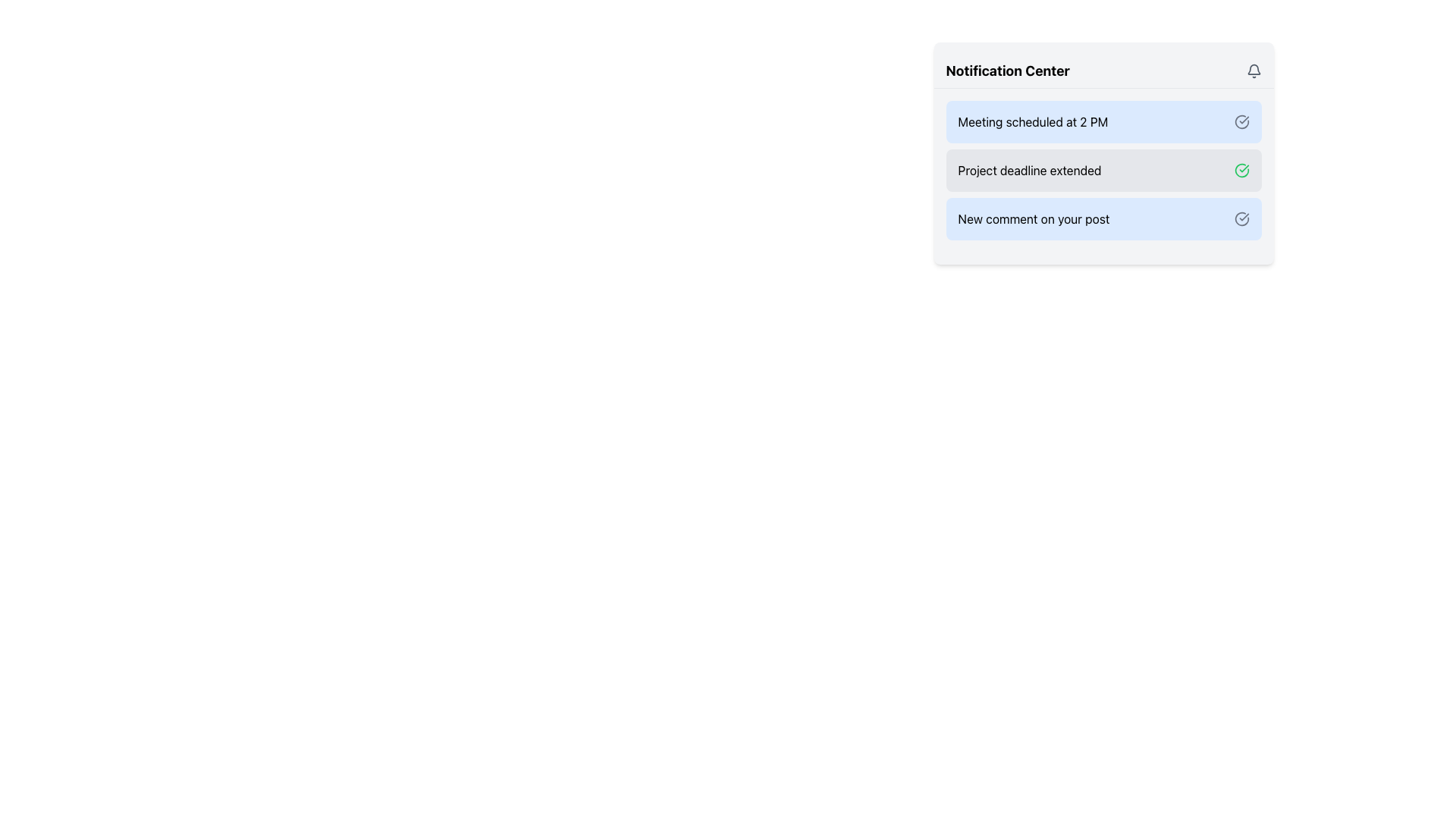 This screenshot has width=1456, height=819. I want to click on the circular blue-gray checkmark icon located to the right of the 'New comment on your post' text in the notification entry, so click(1241, 219).